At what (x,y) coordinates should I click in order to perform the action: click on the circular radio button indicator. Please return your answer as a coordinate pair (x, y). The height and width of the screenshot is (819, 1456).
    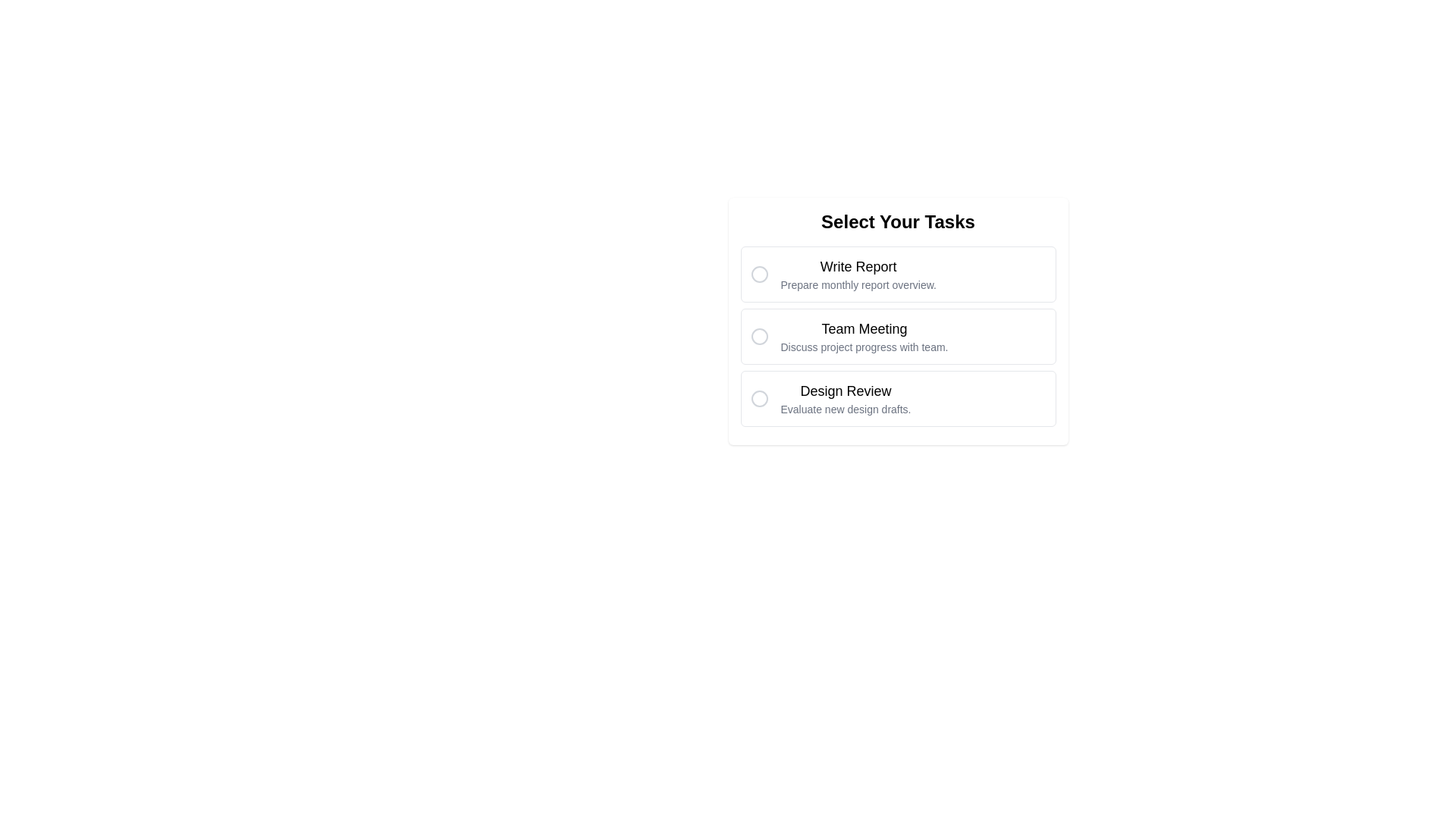
    Looking at the image, I should click on (759, 275).